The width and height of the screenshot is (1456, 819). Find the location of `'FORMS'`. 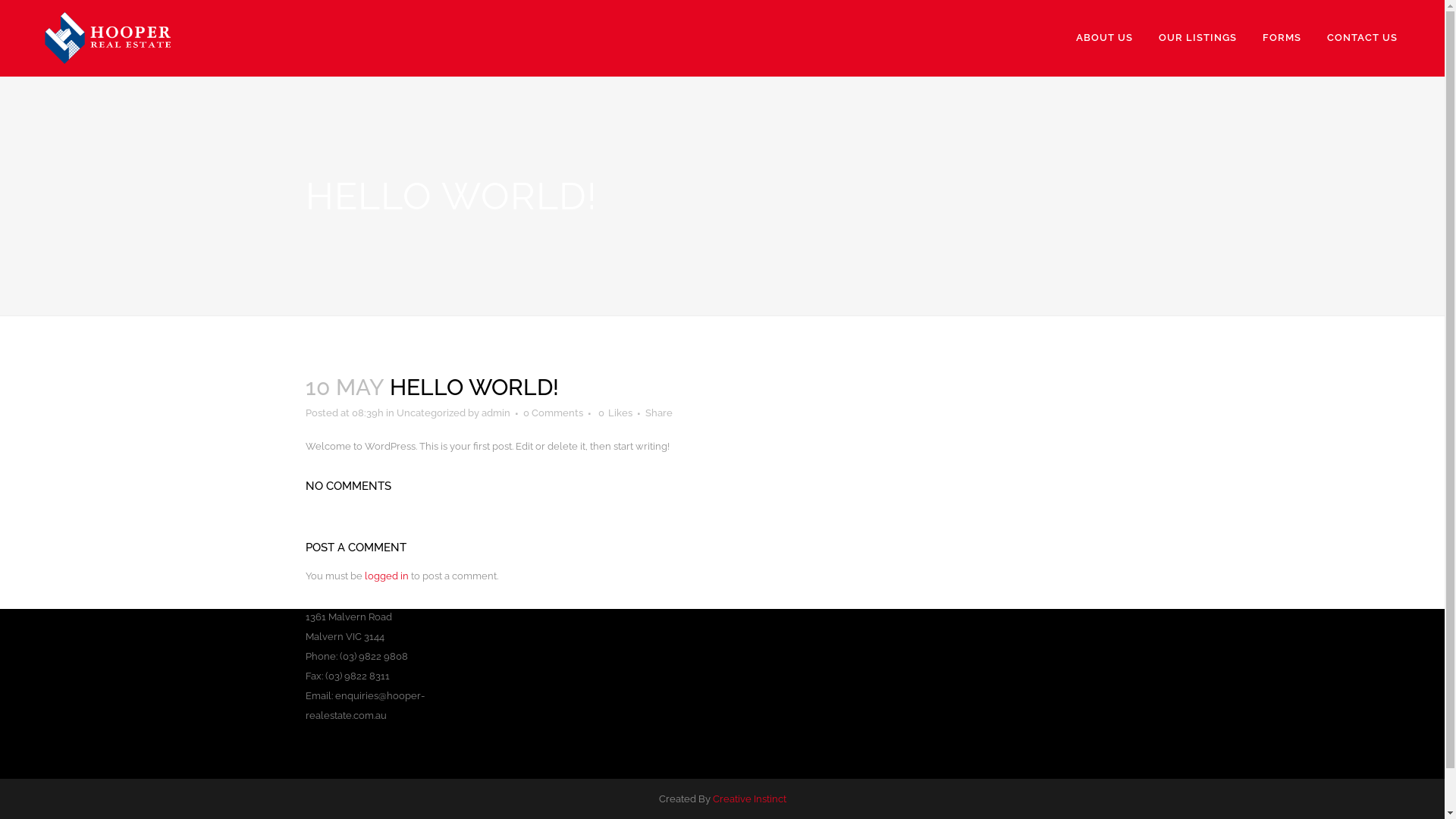

'FORMS' is located at coordinates (1281, 37).